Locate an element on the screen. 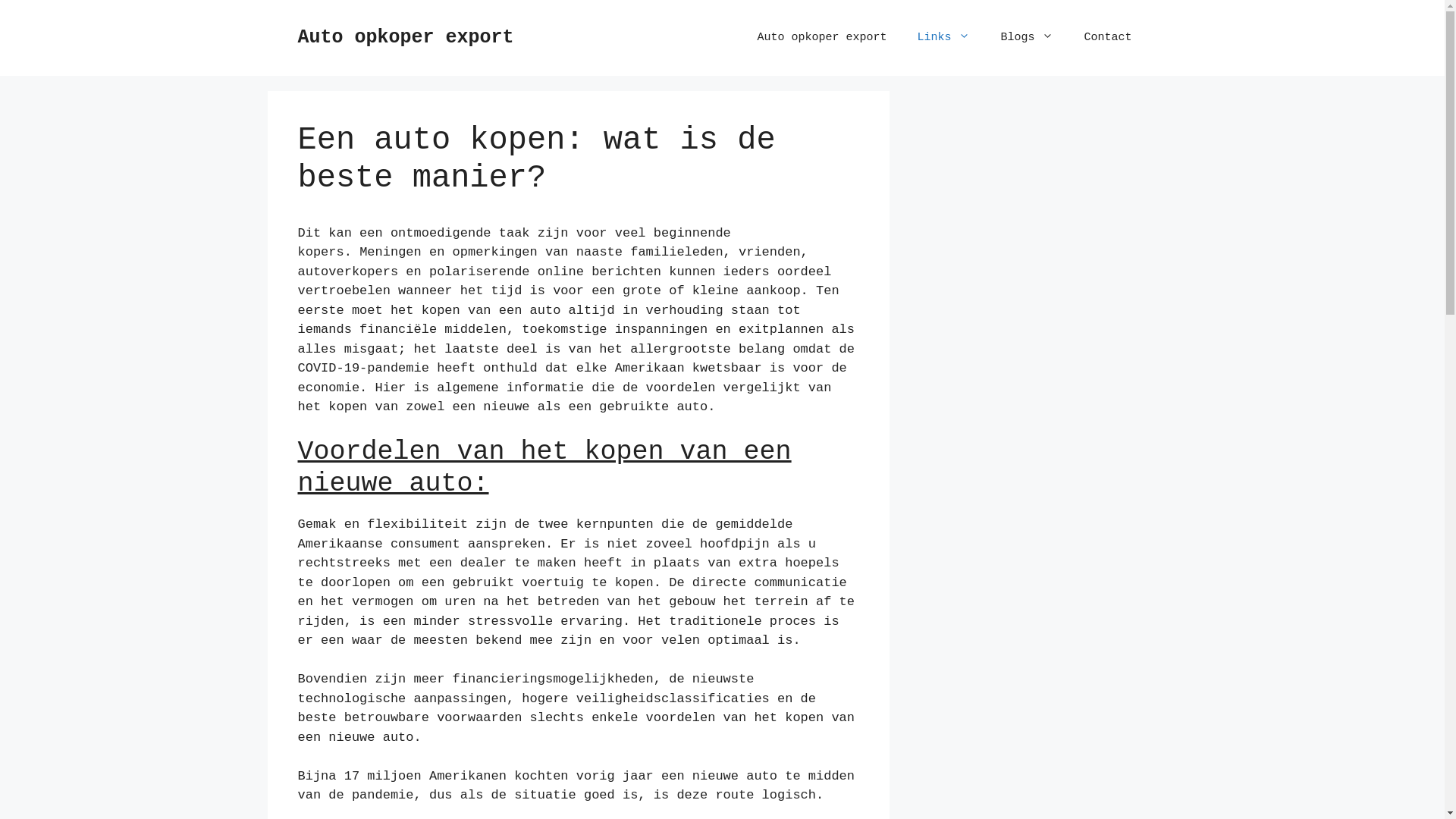 This screenshot has height=819, width=1456. 'Links' is located at coordinates (942, 37).